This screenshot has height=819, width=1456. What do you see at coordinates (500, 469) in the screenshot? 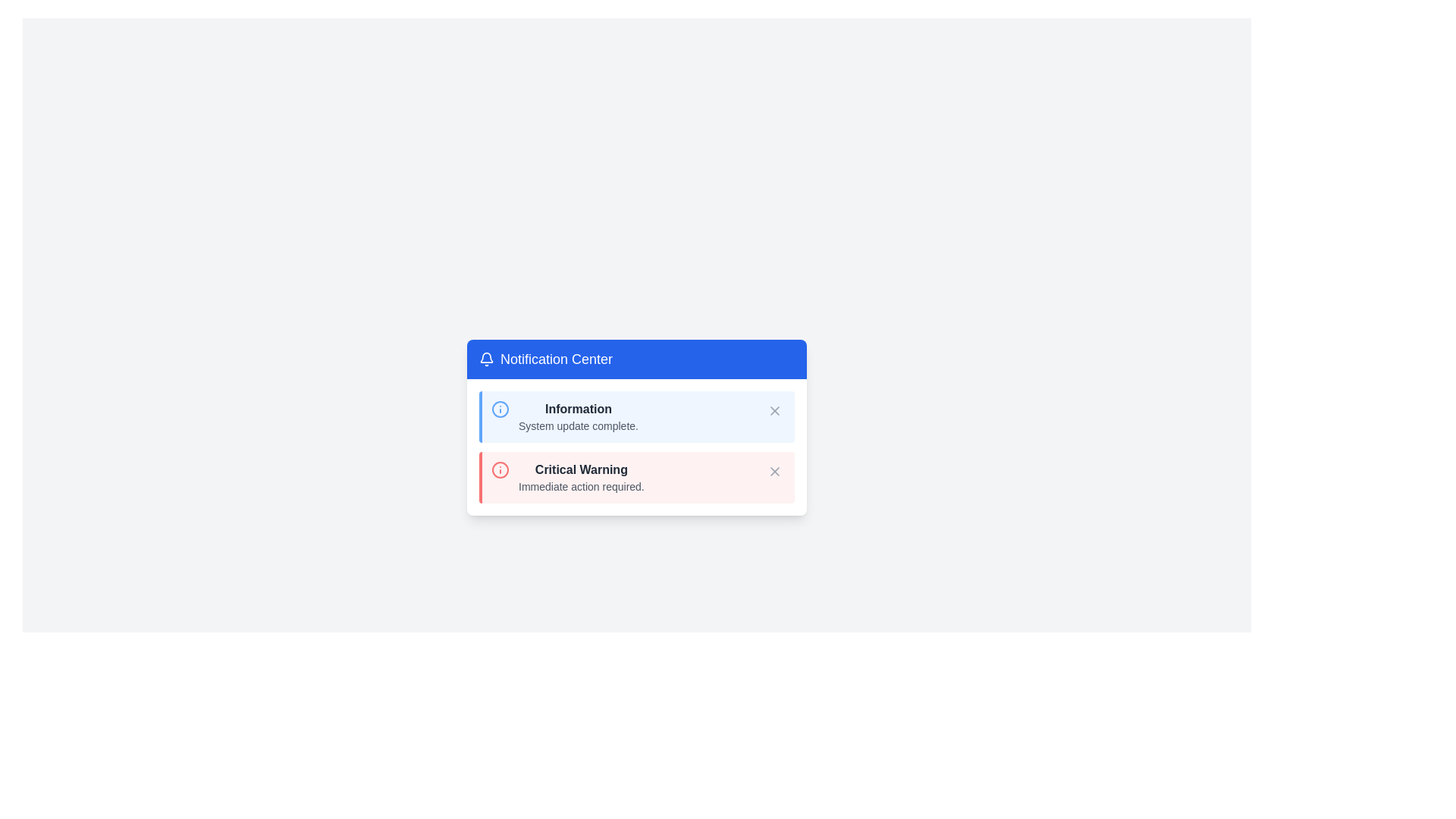
I see `the circular red icon with a white background featuring a centered 'i' symbol in the leftmost section of the 'Critical Warning' notification box` at bounding box center [500, 469].